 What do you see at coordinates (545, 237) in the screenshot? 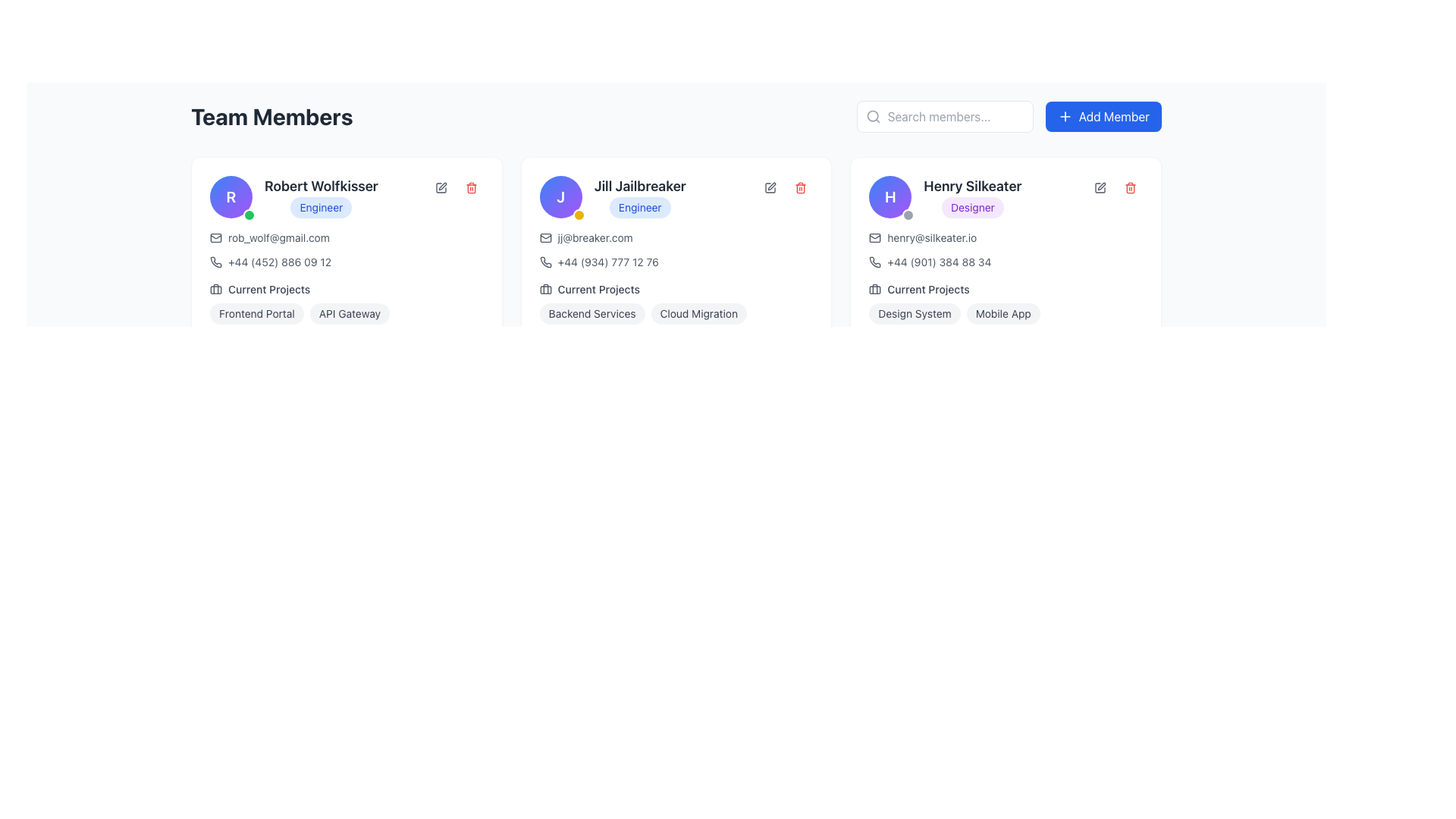
I see `the rectangular envelope icon located within the user details card, positioned just before the email address label` at bounding box center [545, 237].